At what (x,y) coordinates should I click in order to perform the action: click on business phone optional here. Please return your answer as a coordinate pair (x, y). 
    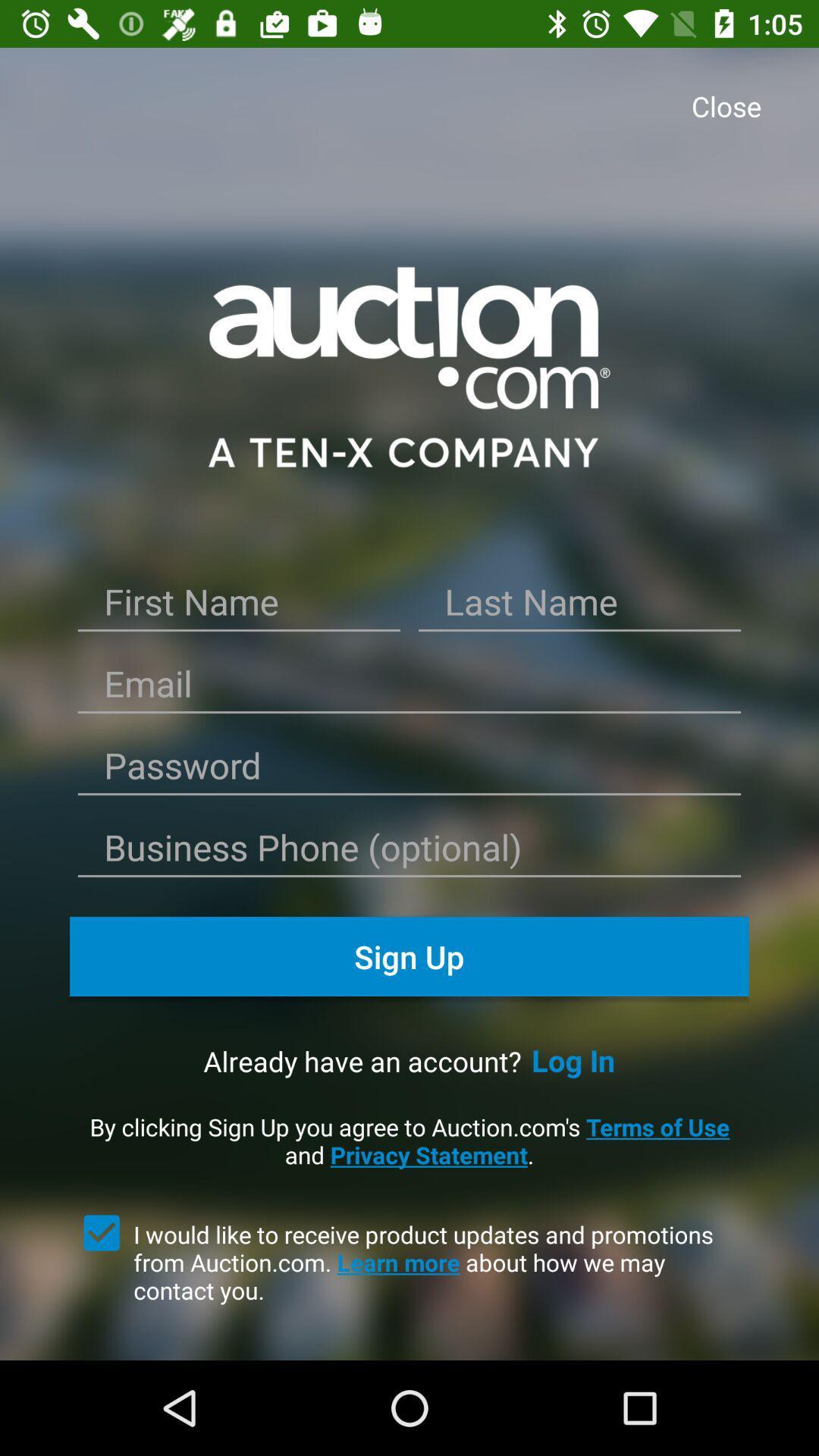
    Looking at the image, I should click on (409, 852).